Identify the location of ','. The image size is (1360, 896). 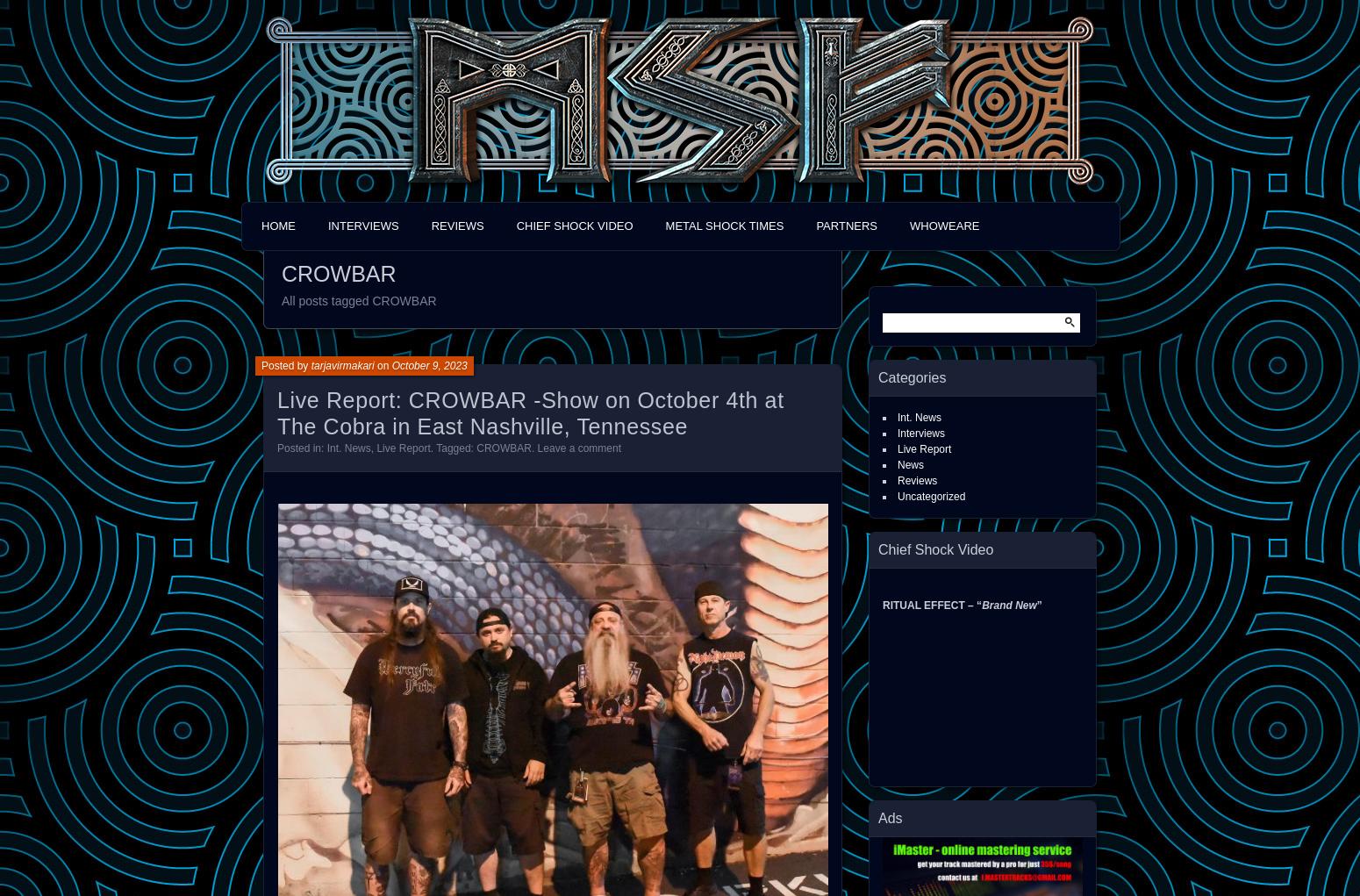
(373, 448).